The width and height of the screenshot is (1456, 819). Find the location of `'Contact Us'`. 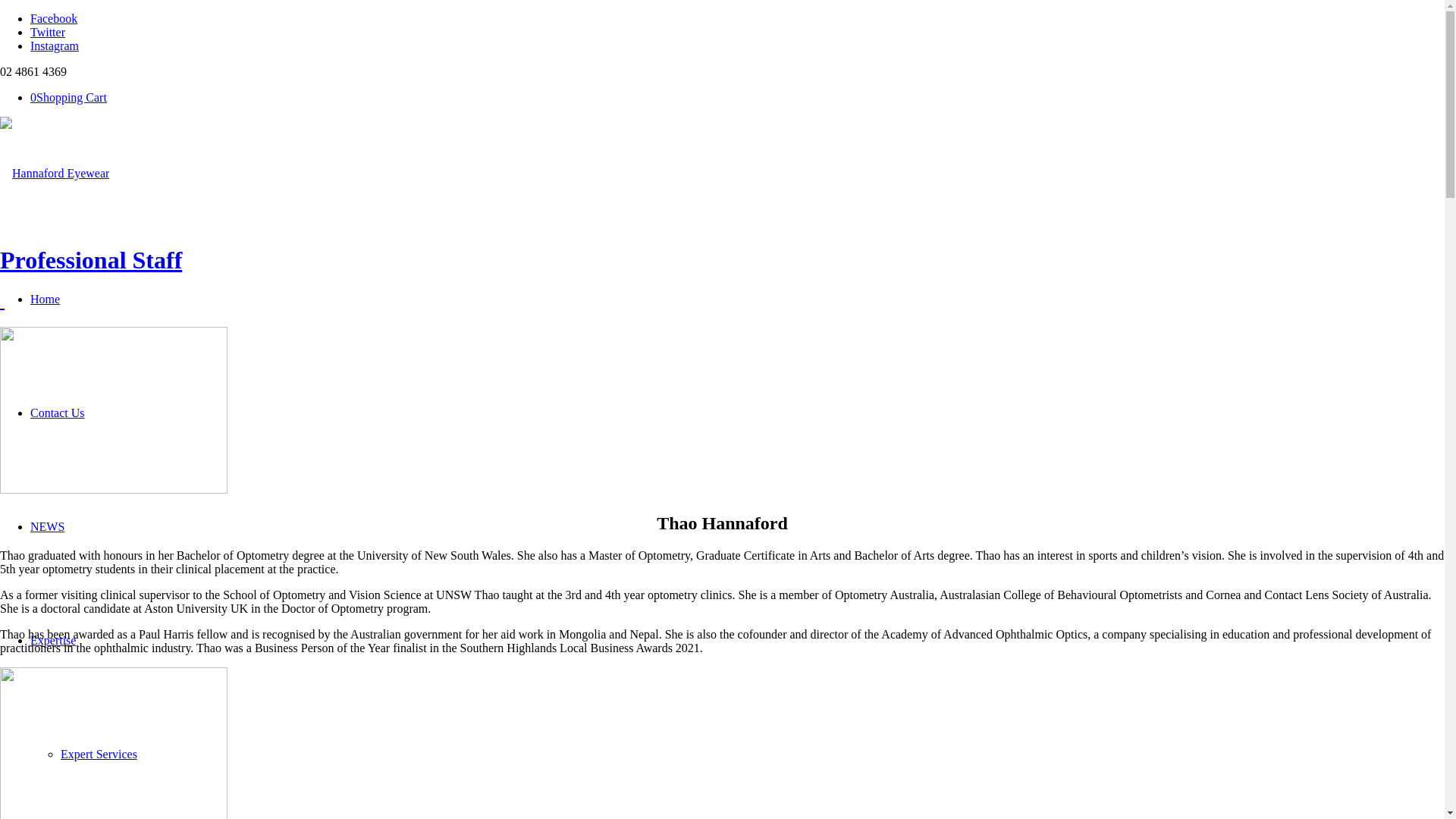

'Contact Us' is located at coordinates (58, 413).